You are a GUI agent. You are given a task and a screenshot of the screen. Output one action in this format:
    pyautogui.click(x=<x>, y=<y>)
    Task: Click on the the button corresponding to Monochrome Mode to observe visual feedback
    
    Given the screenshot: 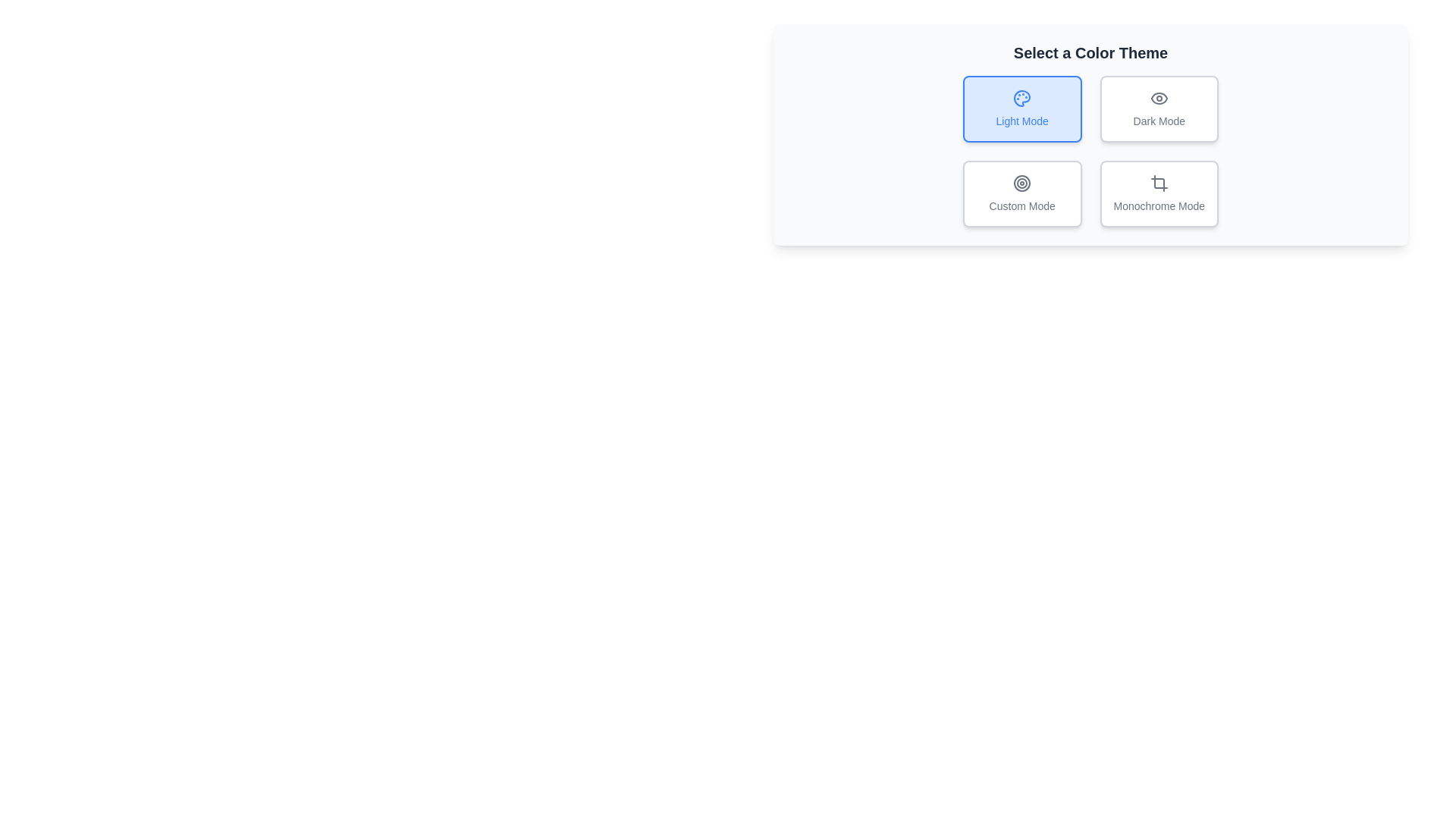 What is the action you would take?
    pyautogui.click(x=1157, y=193)
    